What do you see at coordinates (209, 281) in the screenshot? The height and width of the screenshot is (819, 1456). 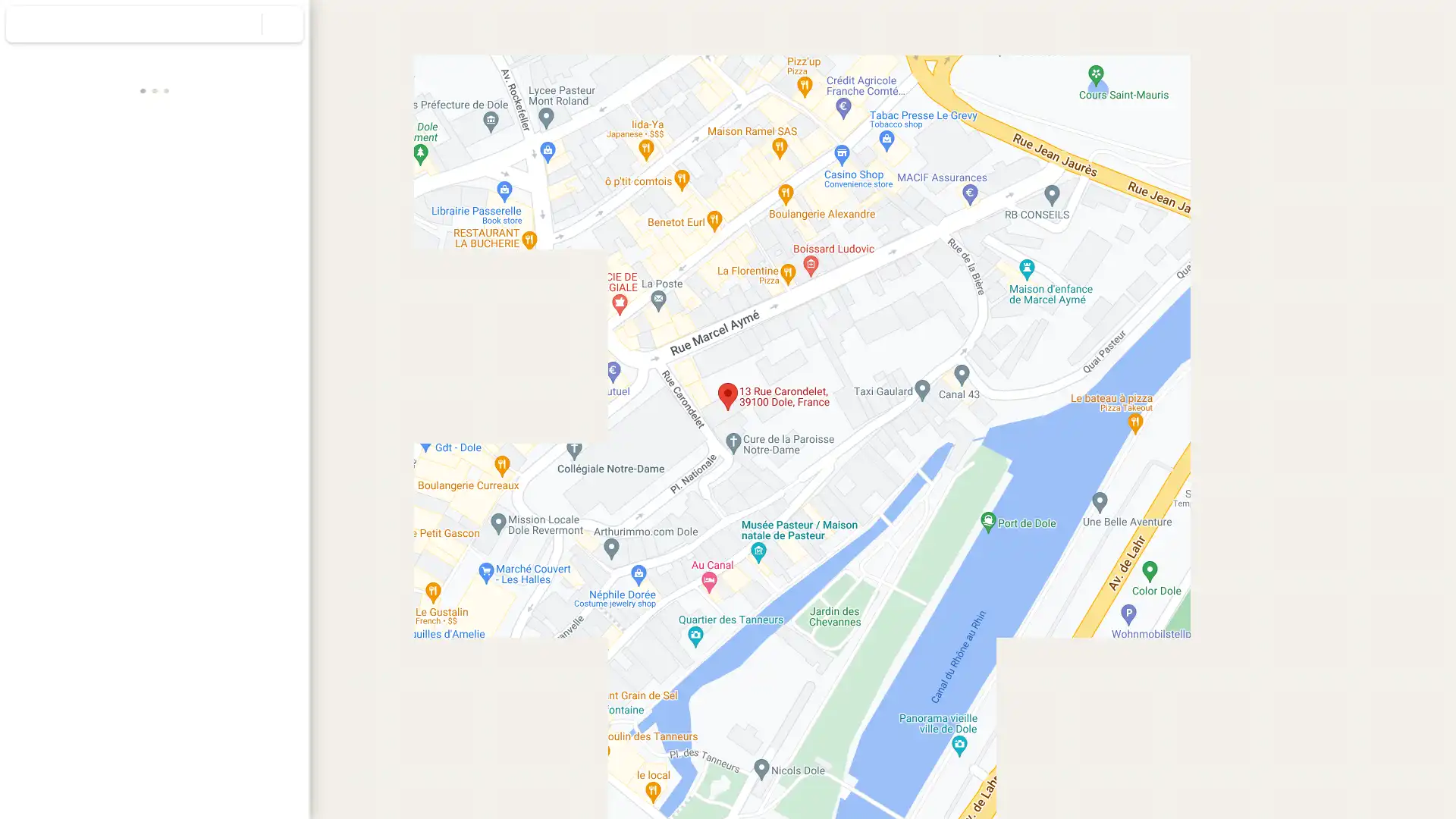 I see `Send 13 Rue Carondelet to your phone` at bounding box center [209, 281].